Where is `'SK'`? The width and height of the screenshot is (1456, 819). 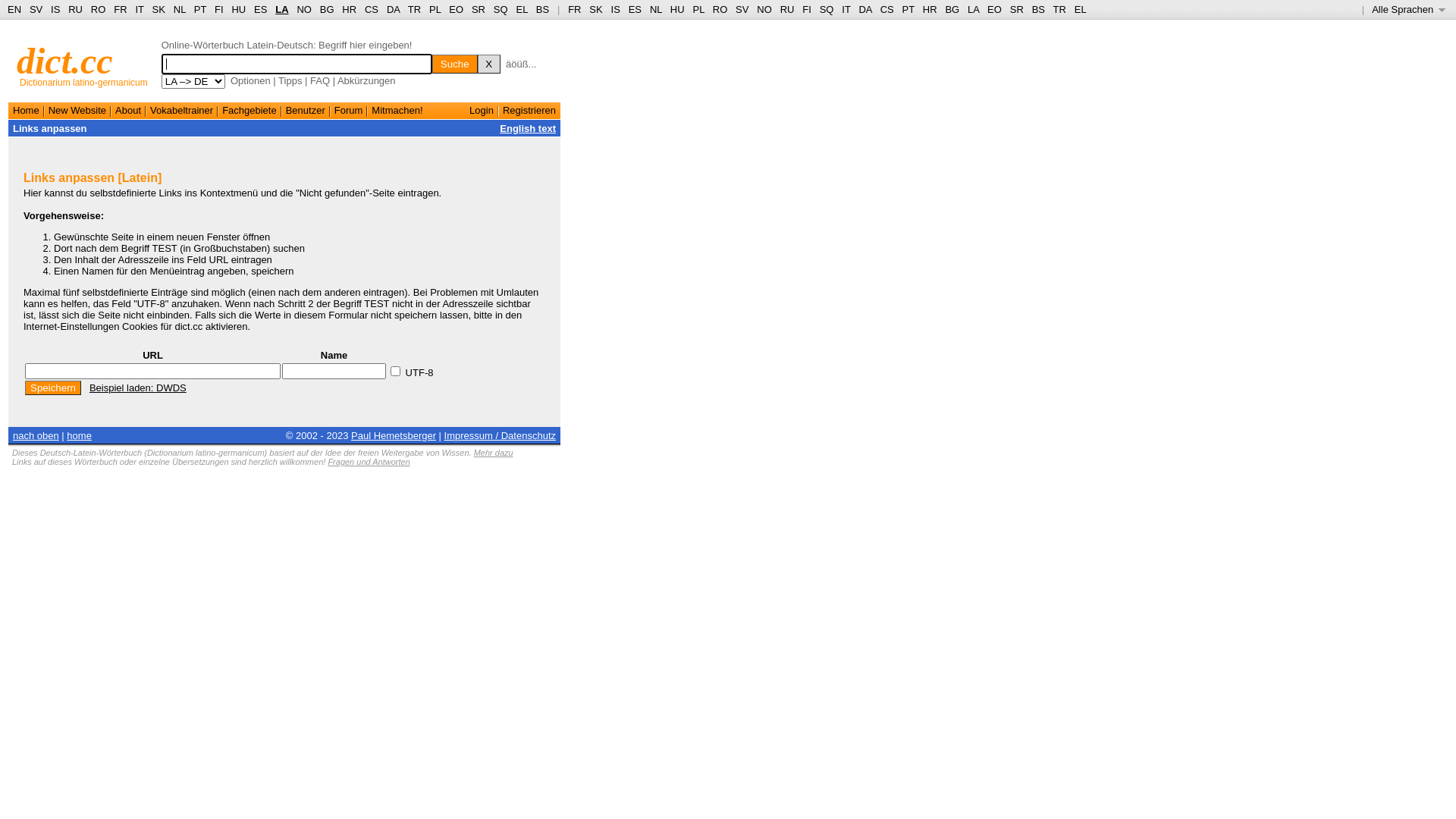 'SK' is located at coordinates (588, 9).